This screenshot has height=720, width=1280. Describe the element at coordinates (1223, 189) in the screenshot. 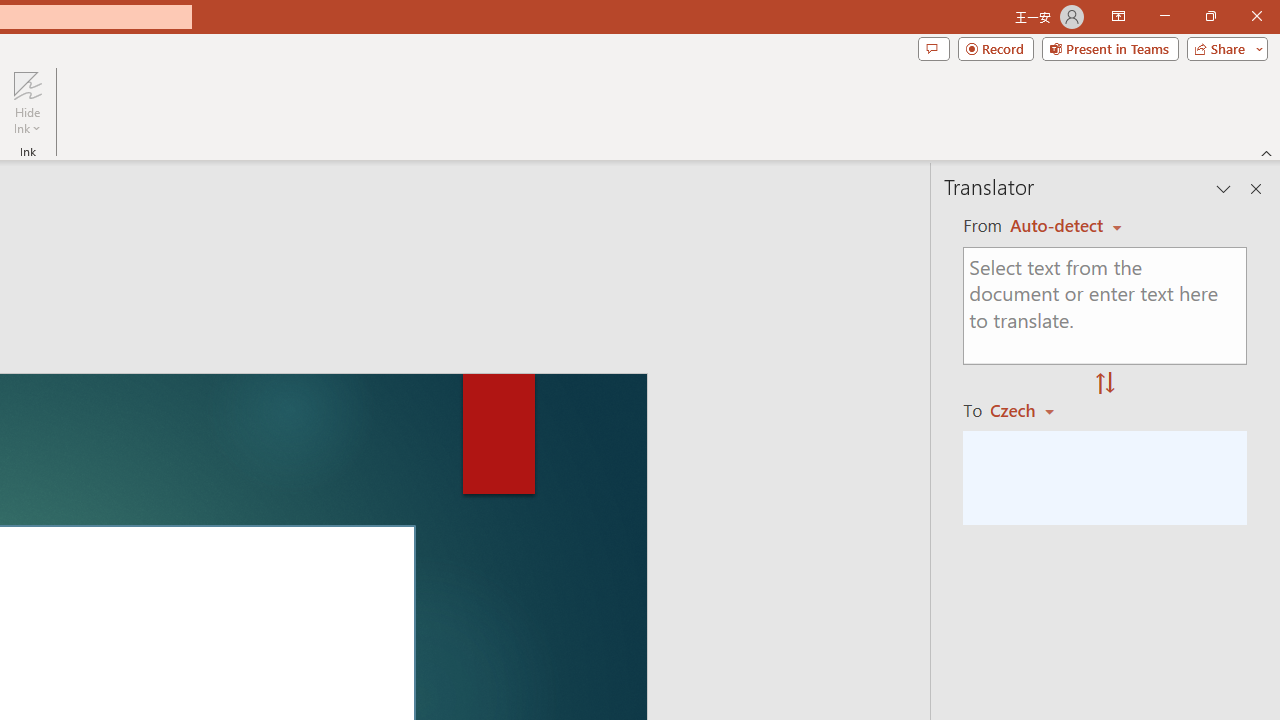

I see `'Task Pane Options'` at that location.